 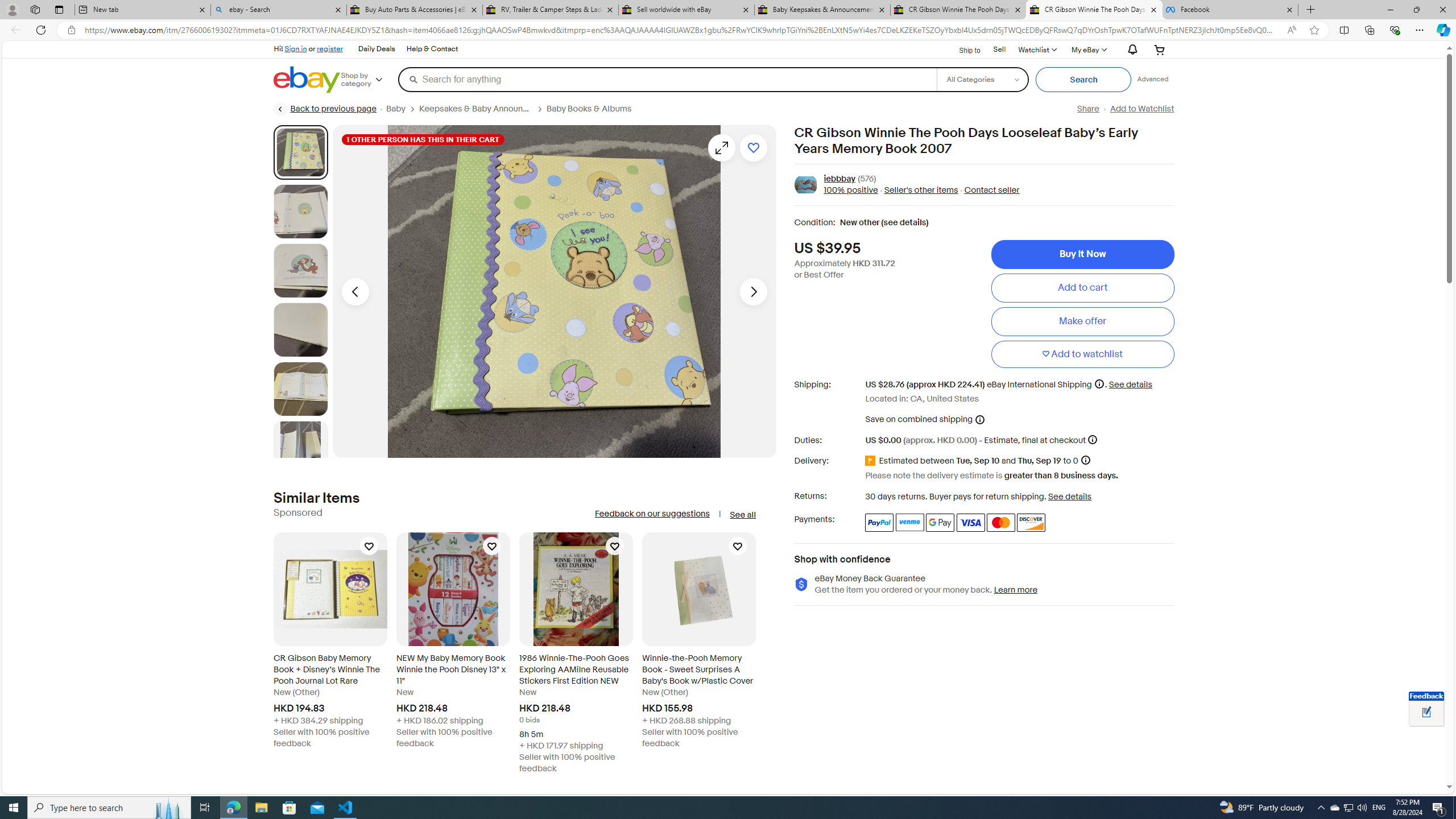 What do you see at coordinates (851, 190) in the screenshot?
I see `'100% positive'` at bounding box center [851, 190].